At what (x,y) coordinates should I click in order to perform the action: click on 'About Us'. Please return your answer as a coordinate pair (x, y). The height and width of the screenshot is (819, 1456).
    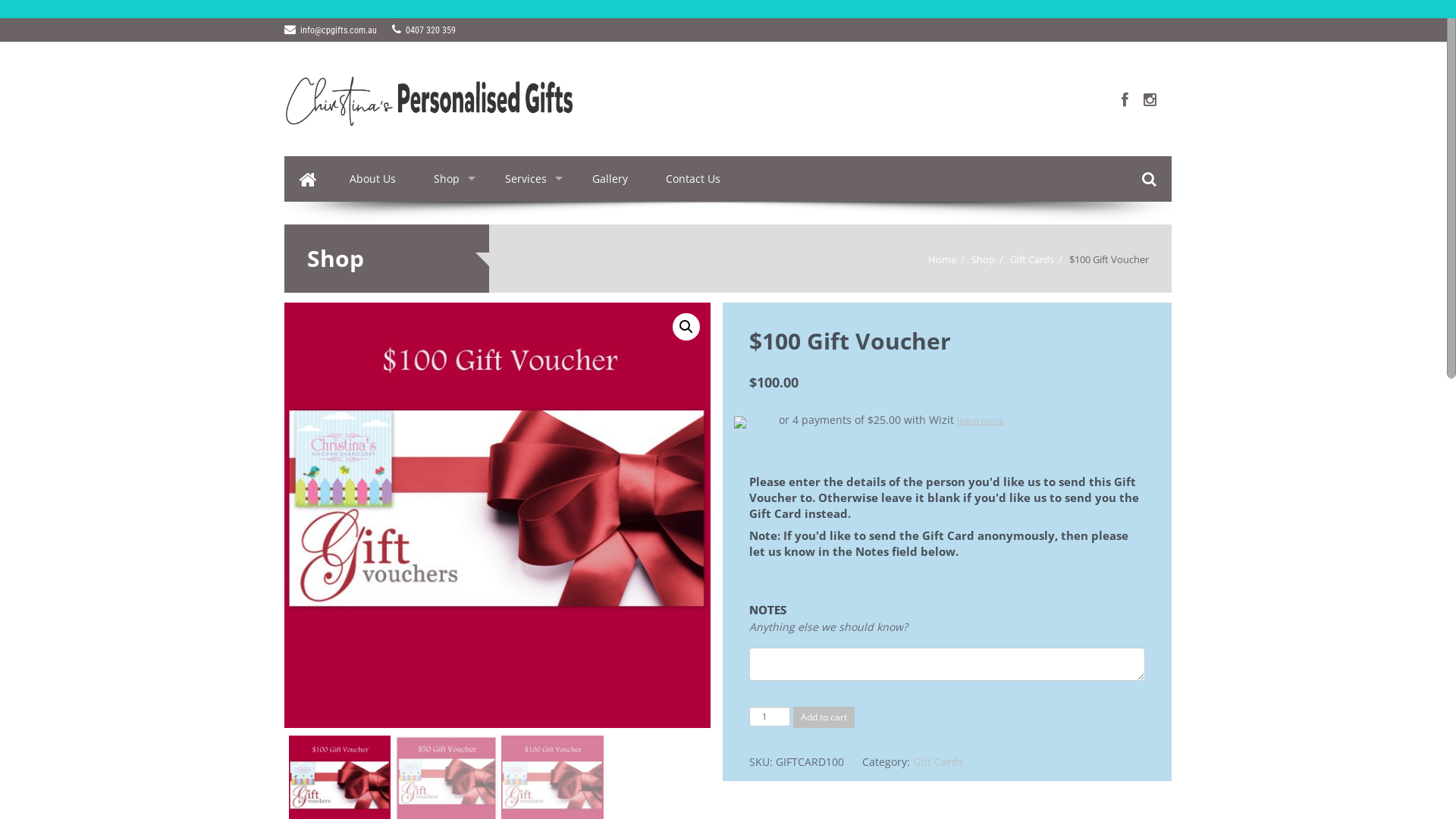
    Looking at the image, I should click on (372, 177).